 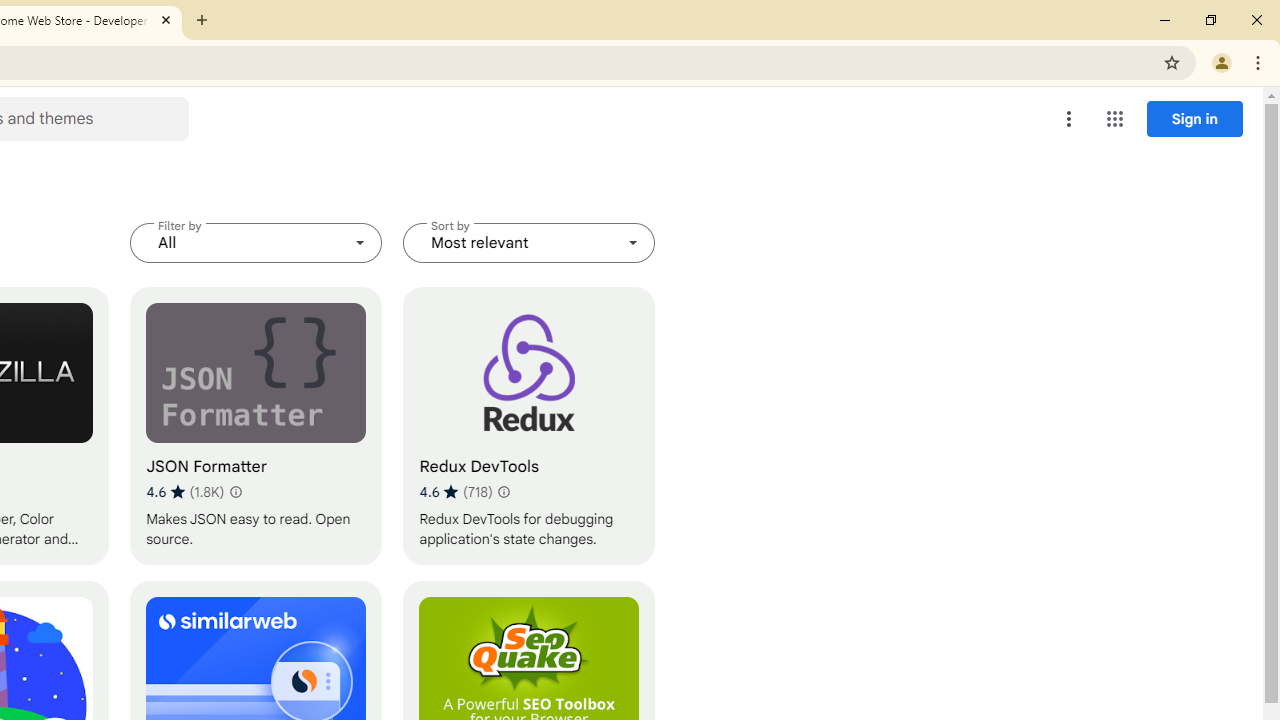 I want to click on 'More options menu', so click(x=1068, y=119).